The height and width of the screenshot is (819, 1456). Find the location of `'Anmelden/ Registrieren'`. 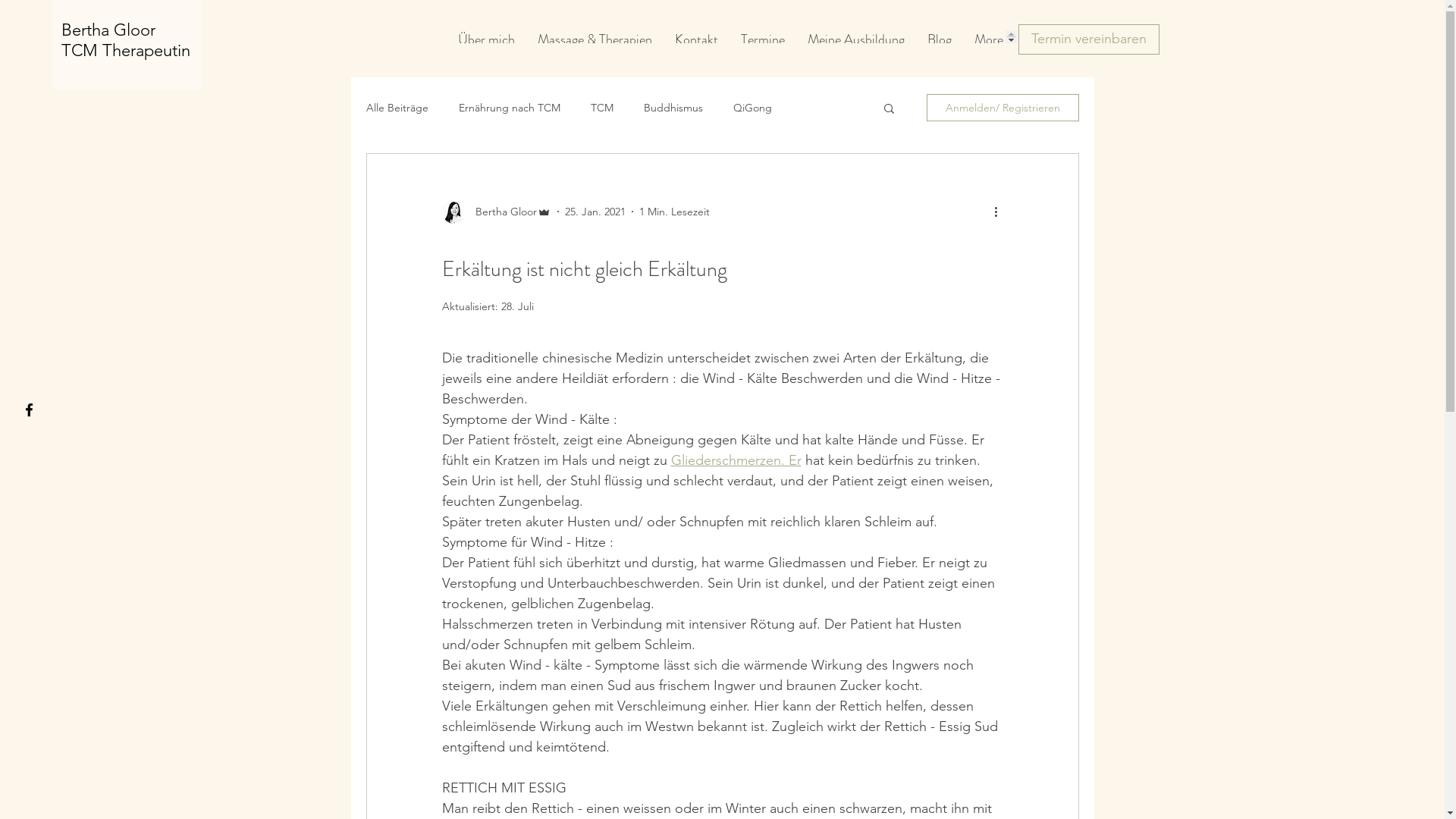

'Anmelden/ Registrieren' is located at coordinates (1003, 107).